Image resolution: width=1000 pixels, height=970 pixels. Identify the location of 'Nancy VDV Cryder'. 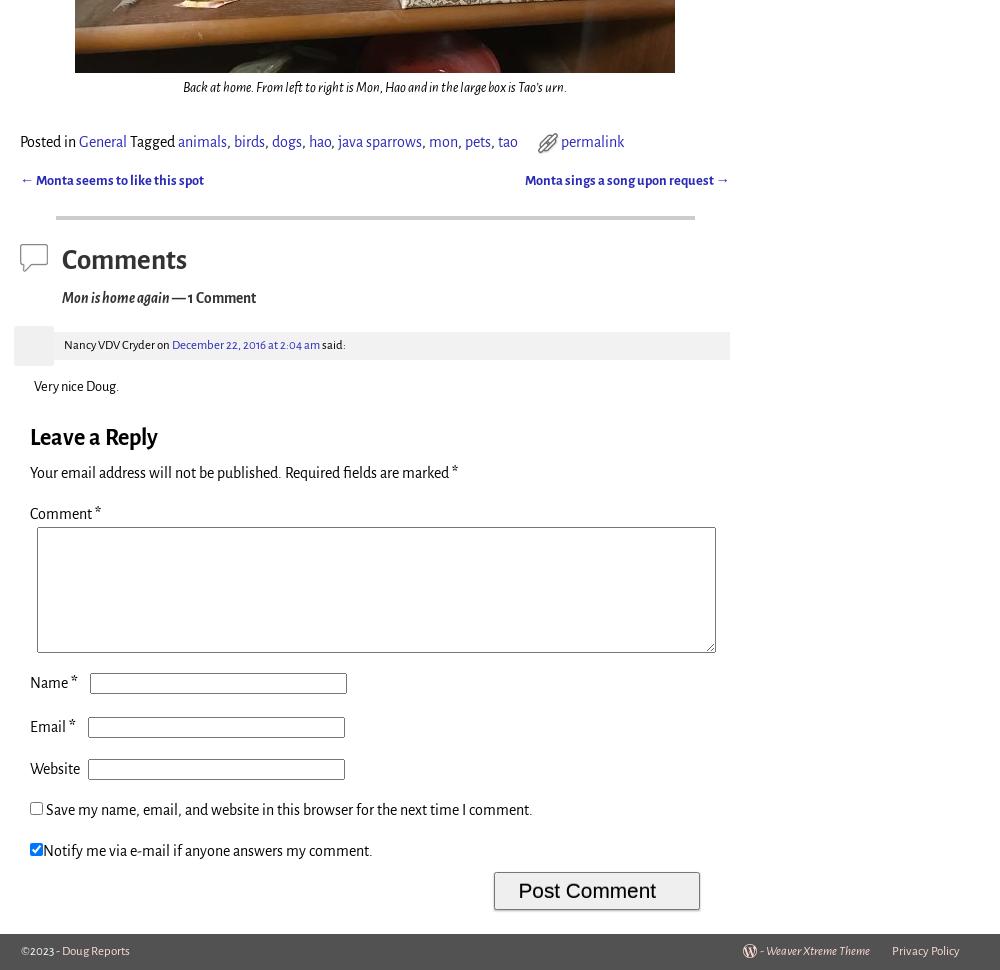
(108, 343).